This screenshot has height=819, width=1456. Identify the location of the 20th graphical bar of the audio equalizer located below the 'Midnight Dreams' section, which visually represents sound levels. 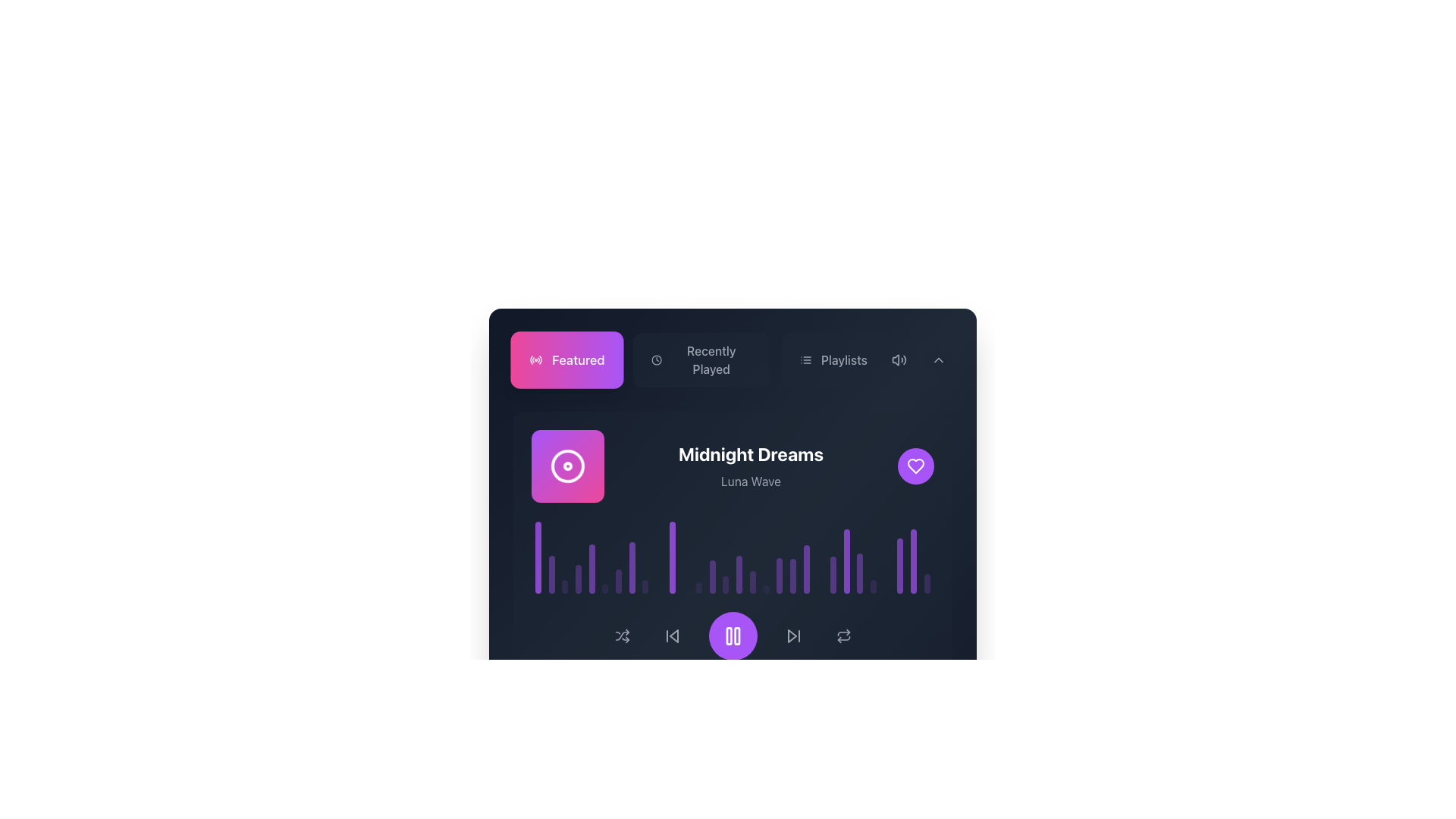
(805, 570).